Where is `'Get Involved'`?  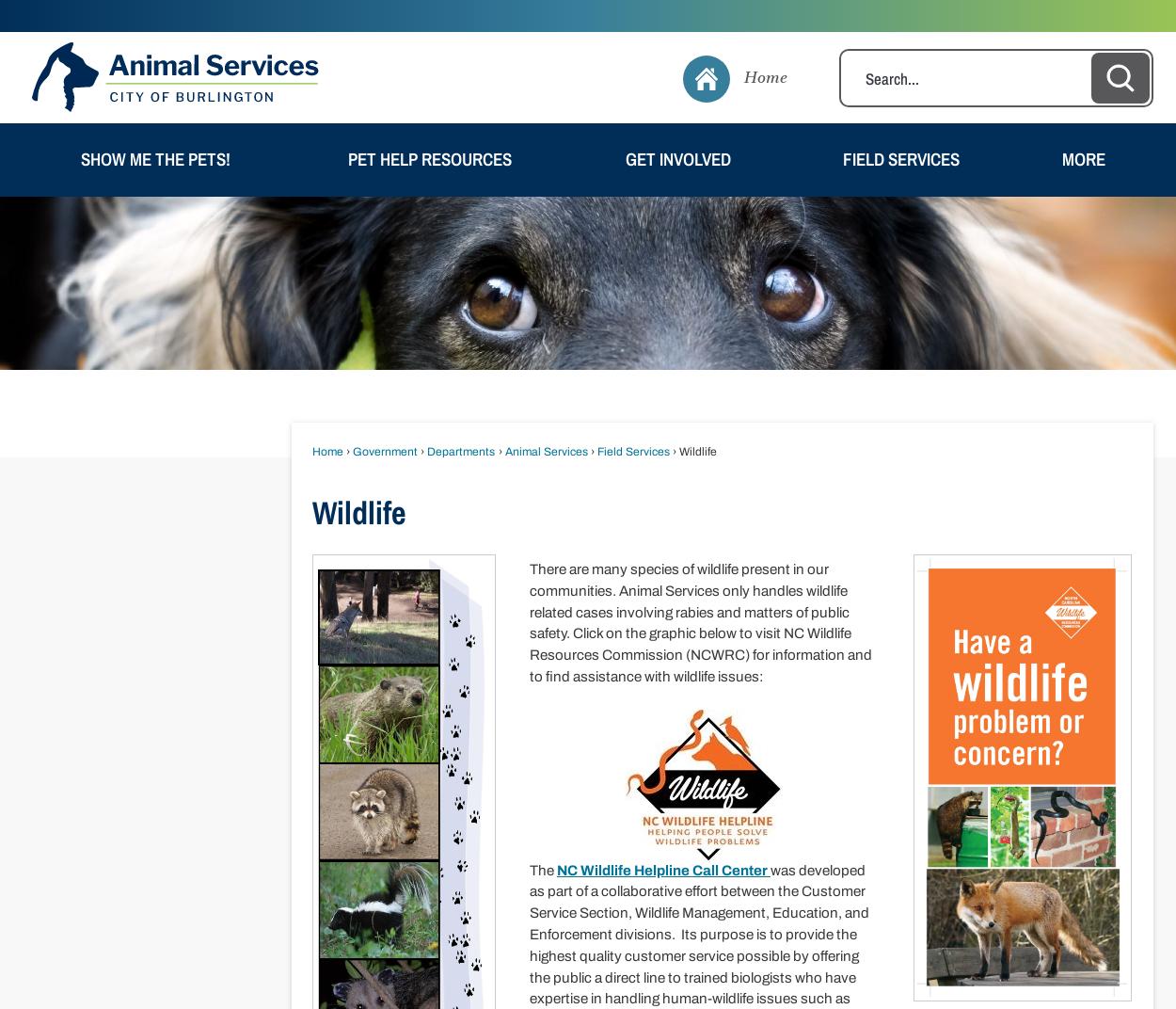 'Get Involved' is located at coordinates (677, 157).